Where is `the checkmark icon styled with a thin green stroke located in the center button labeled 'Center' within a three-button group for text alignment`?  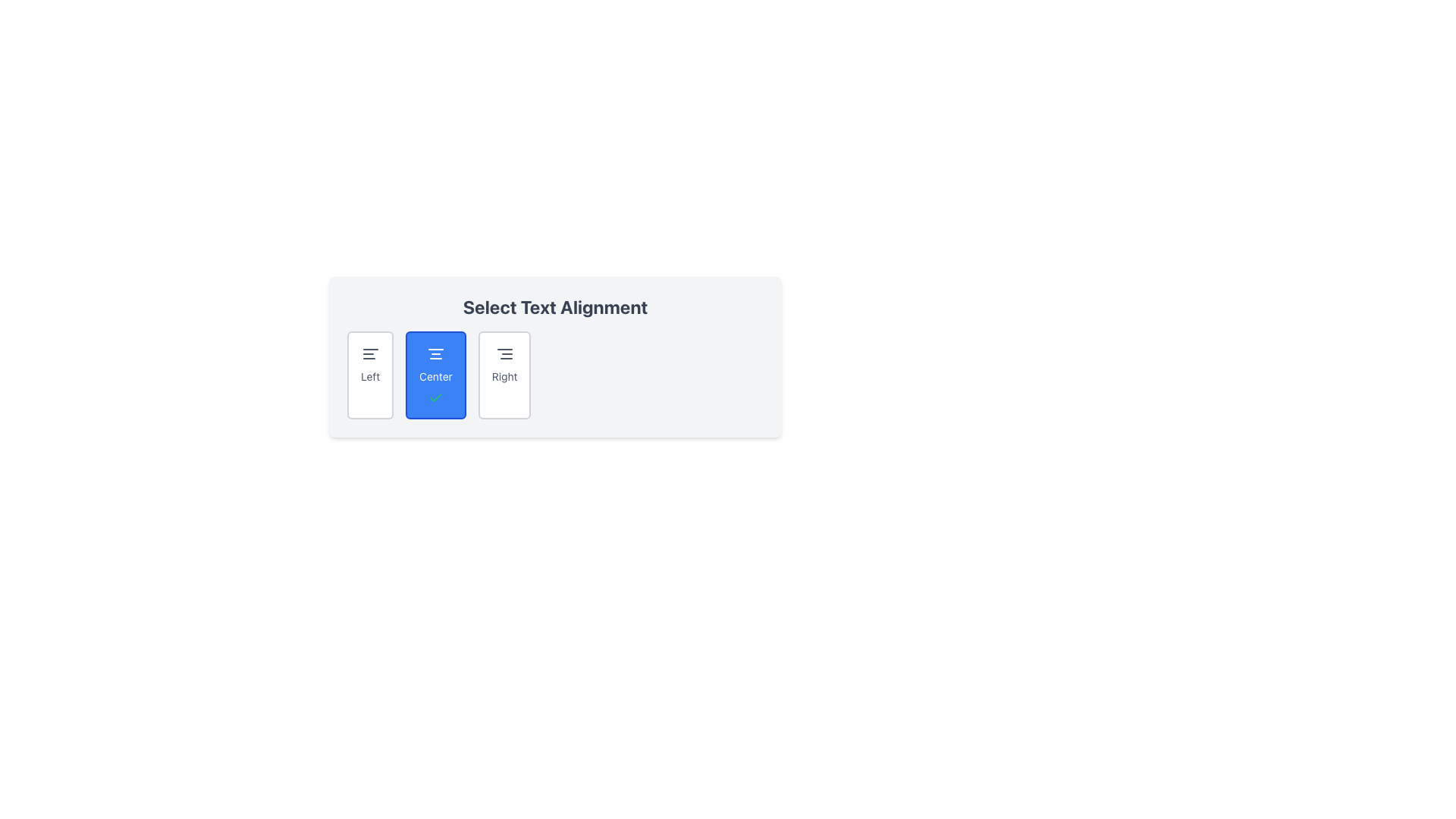
the checkmark icon styled with a thin green stroke located in the center button labeled 'Center' within a three-button group for text alignment is located at coordinates (435, 397).